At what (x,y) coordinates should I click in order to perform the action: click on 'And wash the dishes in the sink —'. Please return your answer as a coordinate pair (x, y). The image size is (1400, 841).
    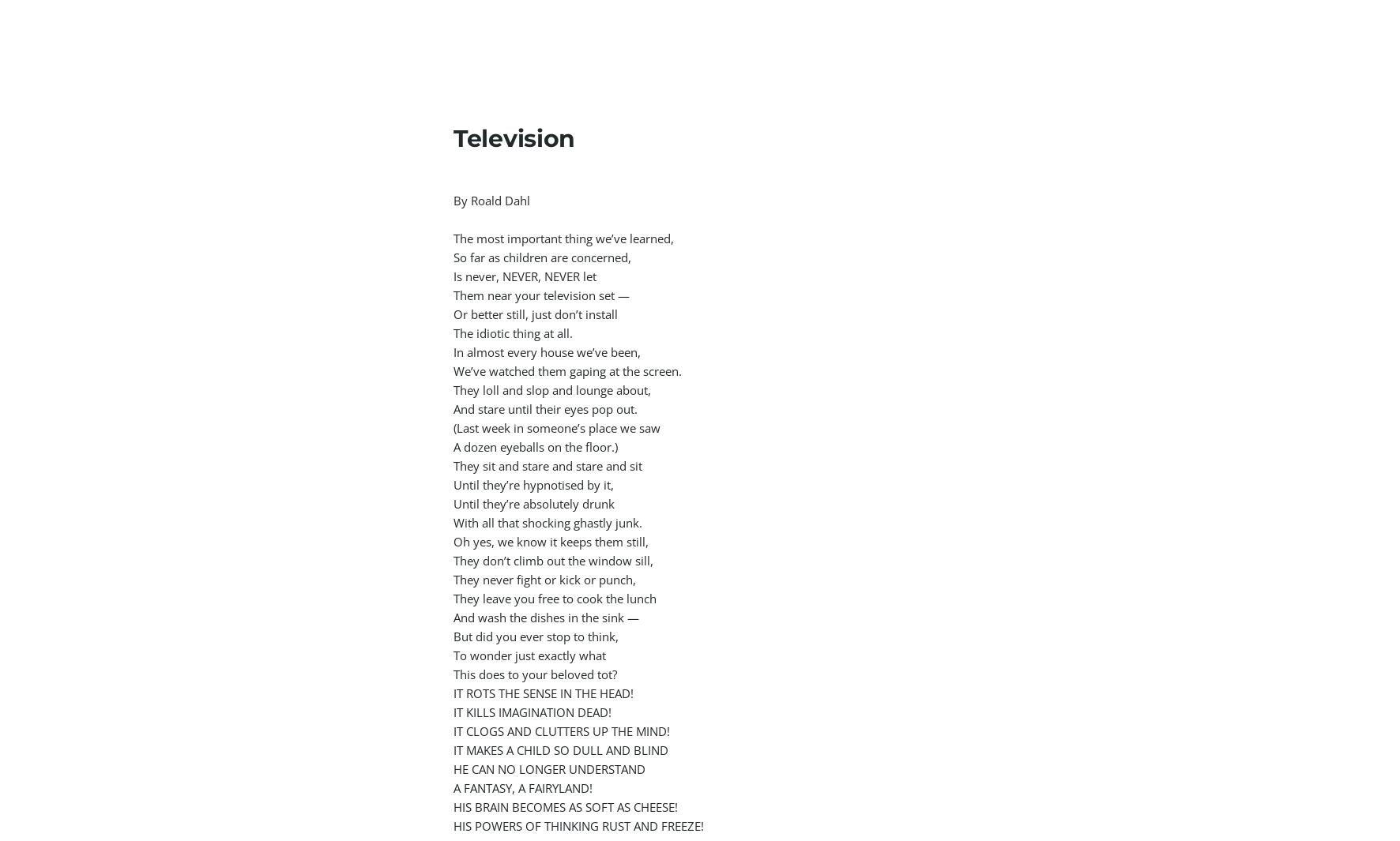
    Looking at the image, I should click on (453, 618).